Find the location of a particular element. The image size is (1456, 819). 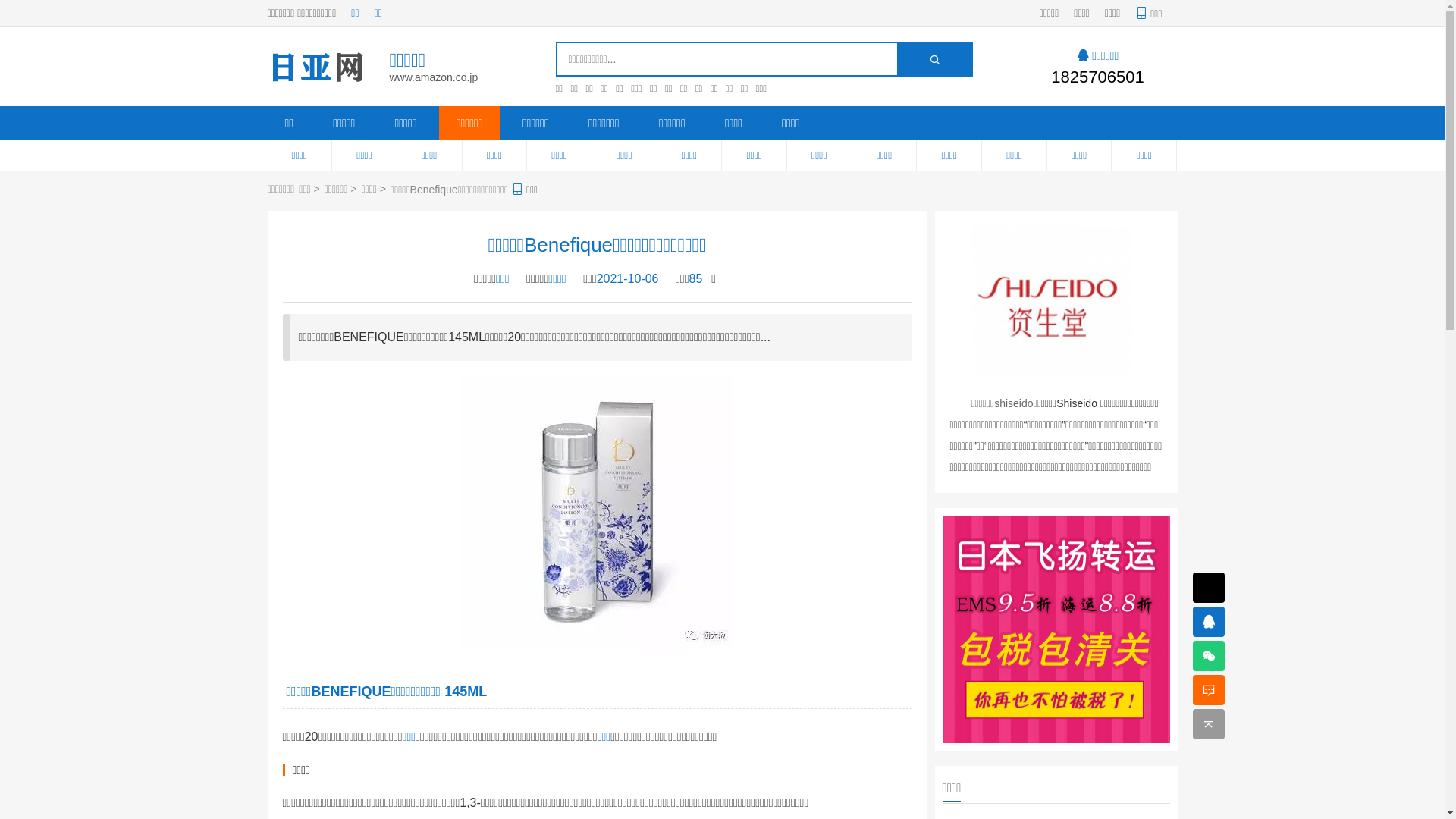

'85' is located at coordinates (698, 278).